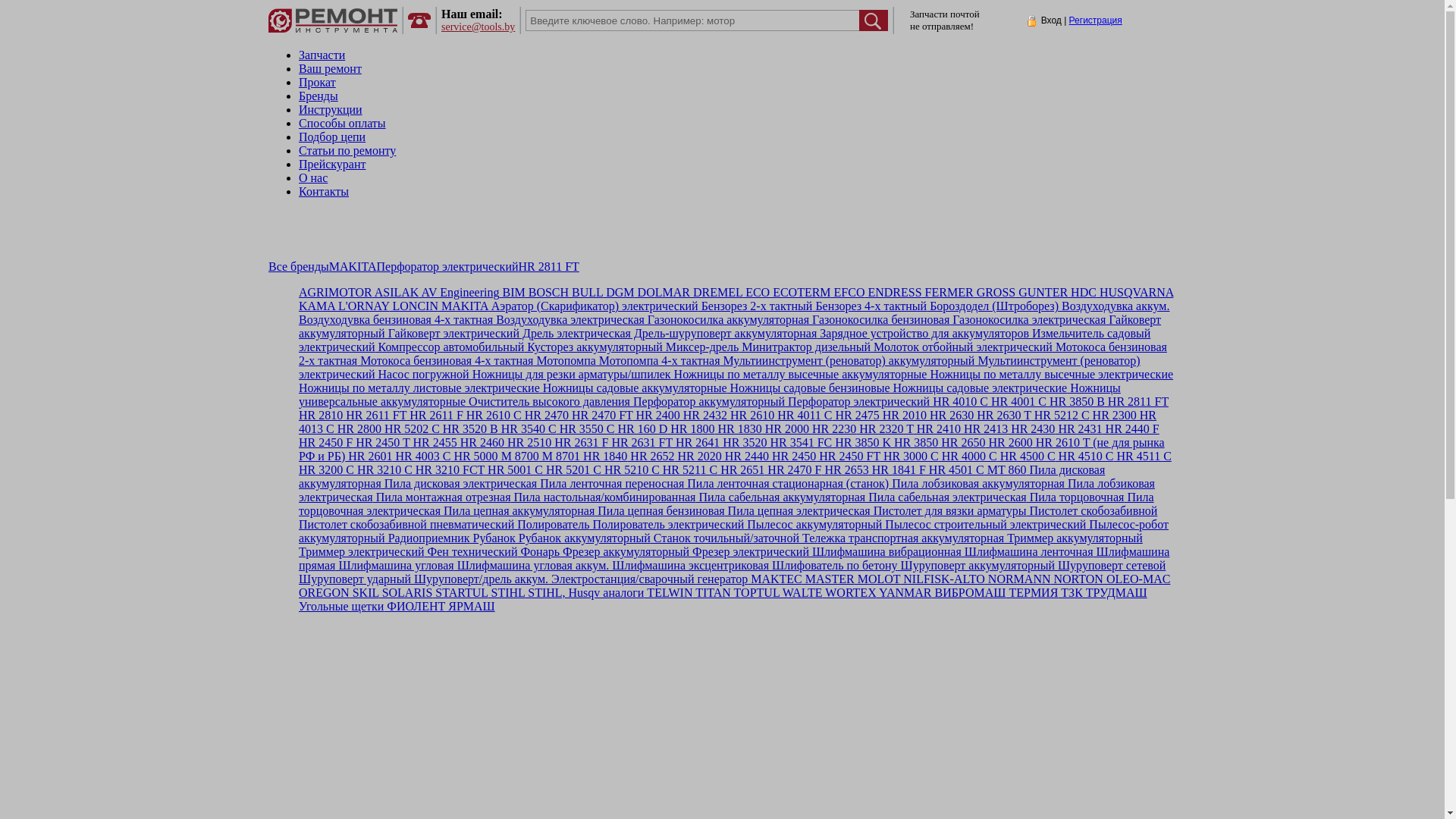 Image resolution: width=1456 pixels, height=819 pixels. Describe the element at coordinates (1005, 469) in the screenshot. I see `'MT 860'` at that location.